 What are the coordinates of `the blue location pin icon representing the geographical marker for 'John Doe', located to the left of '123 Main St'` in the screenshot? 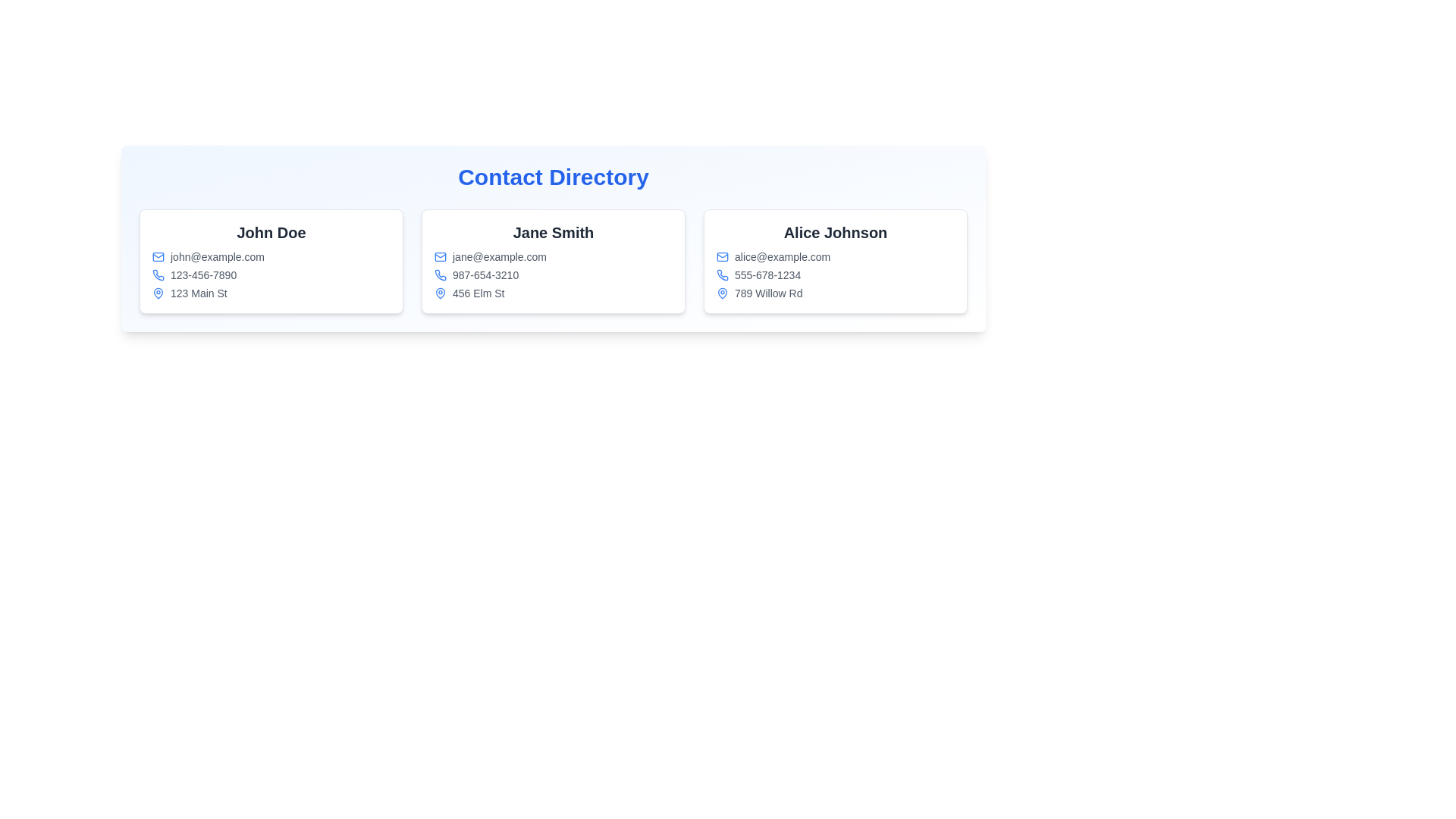 It's located at (158, 293).